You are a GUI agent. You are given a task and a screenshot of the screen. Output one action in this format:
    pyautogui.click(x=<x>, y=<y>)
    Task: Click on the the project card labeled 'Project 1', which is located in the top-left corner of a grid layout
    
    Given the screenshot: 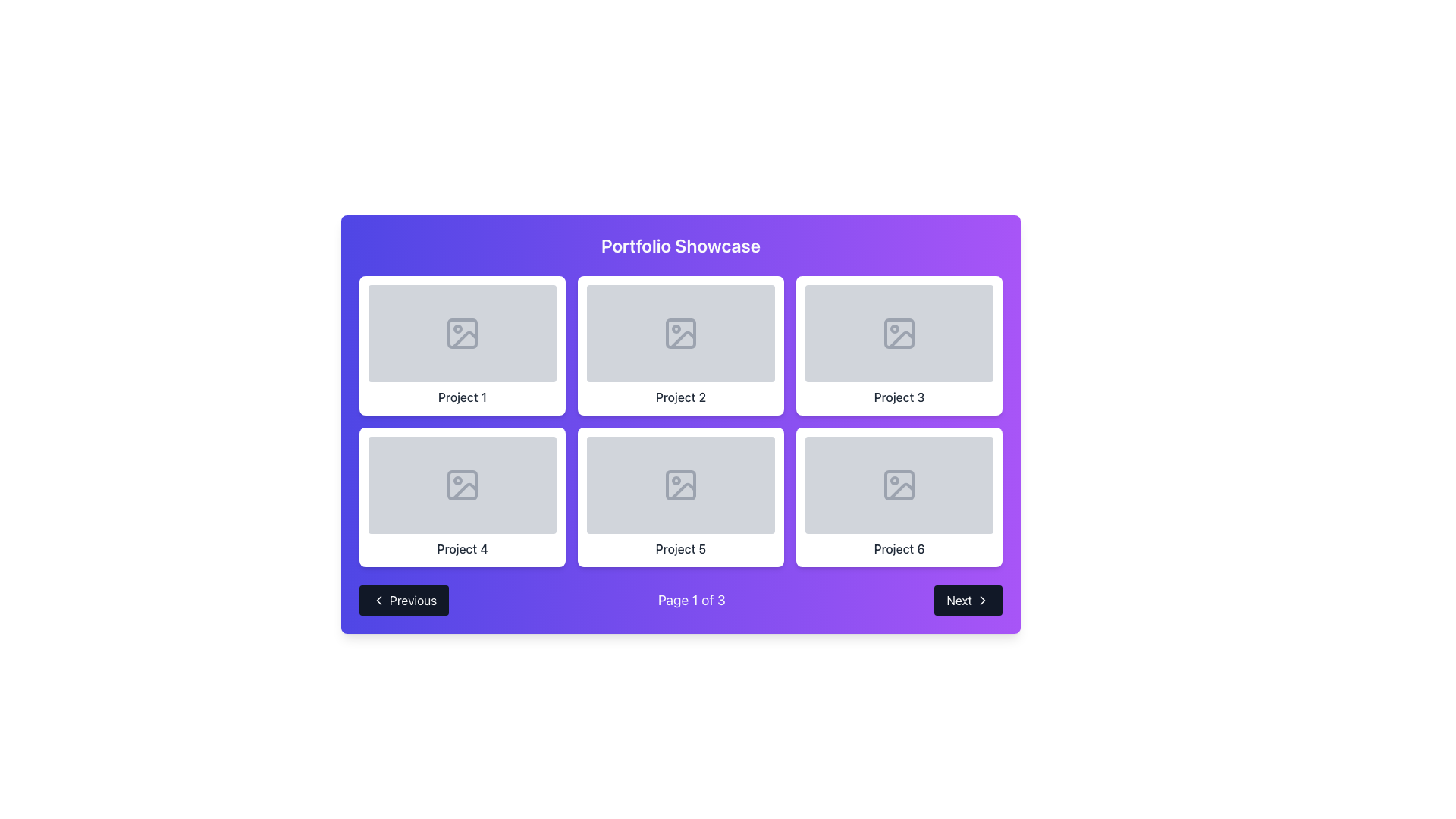 What is the action you would take?
    pyautogui.click(x=461, y=345)
    